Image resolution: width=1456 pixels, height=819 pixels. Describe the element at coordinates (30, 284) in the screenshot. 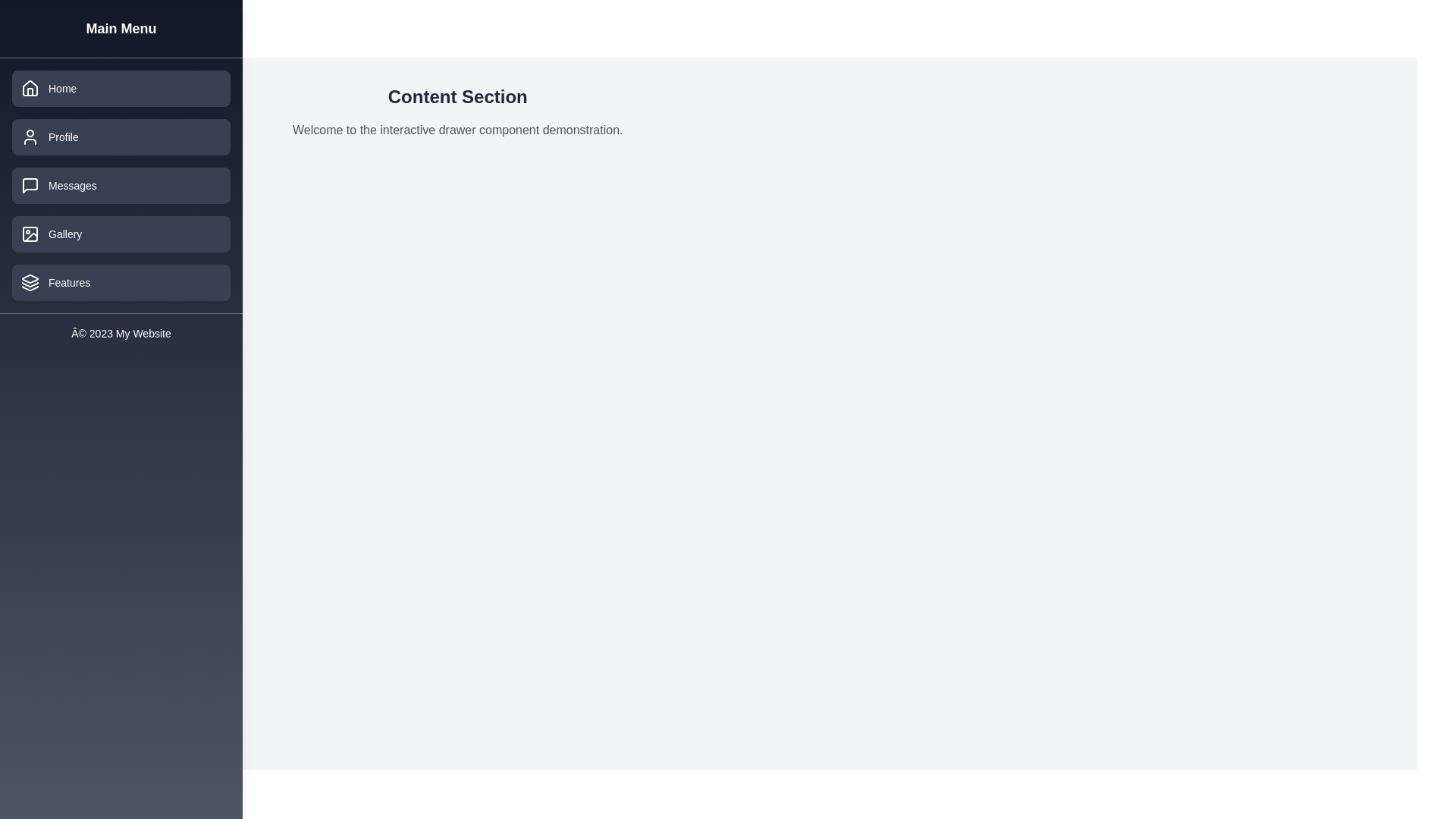

I see `the triangular icon located in the sidebar navigation menu, which is associated with the 'Features' menu item, positioned beneath the 'Gallery' text and above the copyright text` at that location.